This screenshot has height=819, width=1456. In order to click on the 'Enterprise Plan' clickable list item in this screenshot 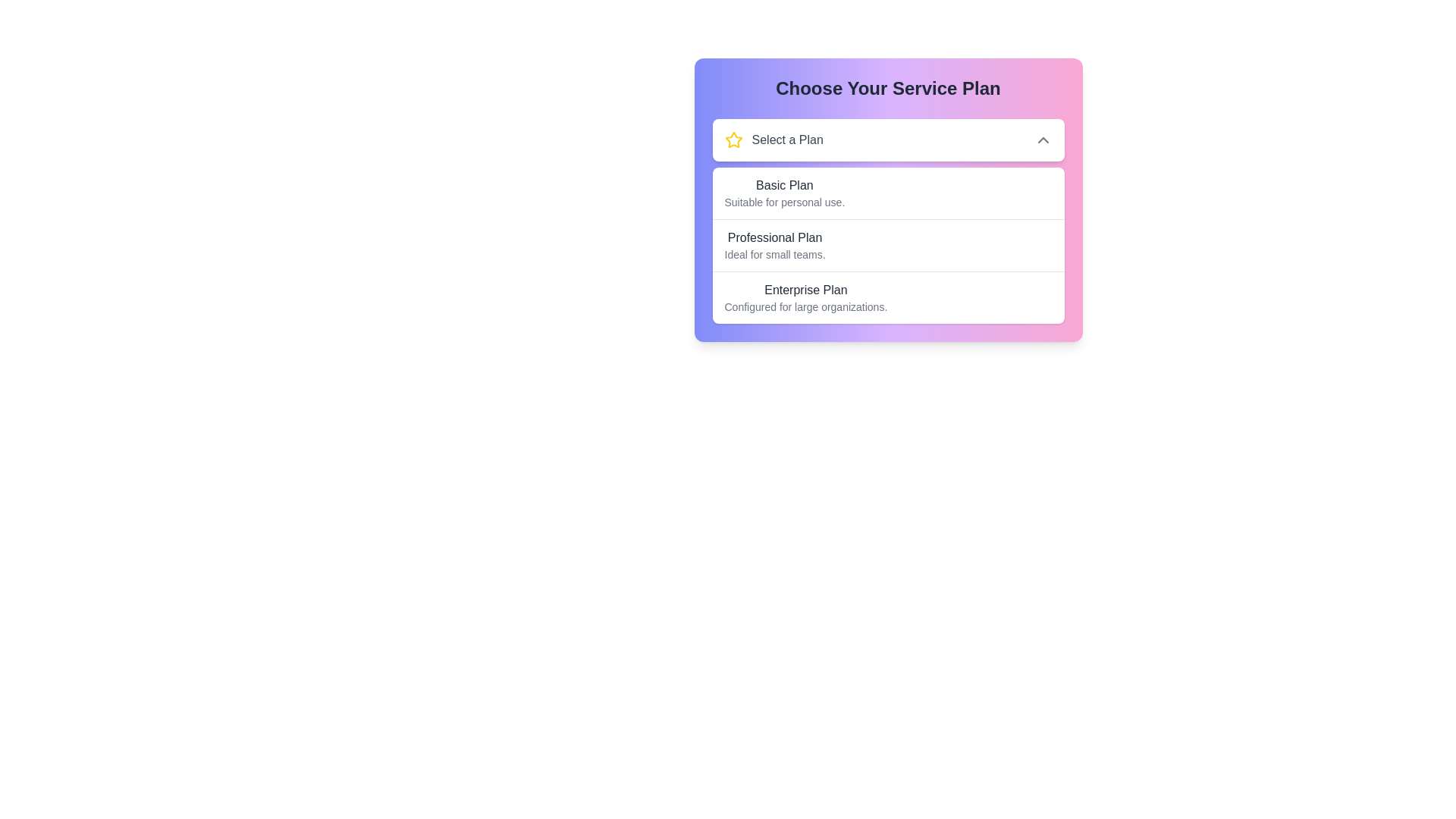, I will do `click(888, 297)`.